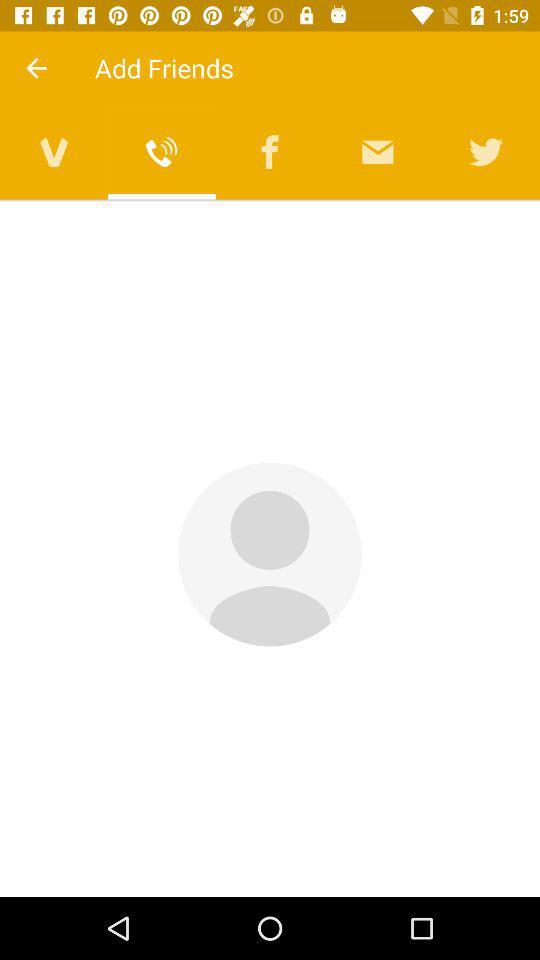 This screenshot has height=960, width=540. I want to click on friends from facebook, so click(270, 151).